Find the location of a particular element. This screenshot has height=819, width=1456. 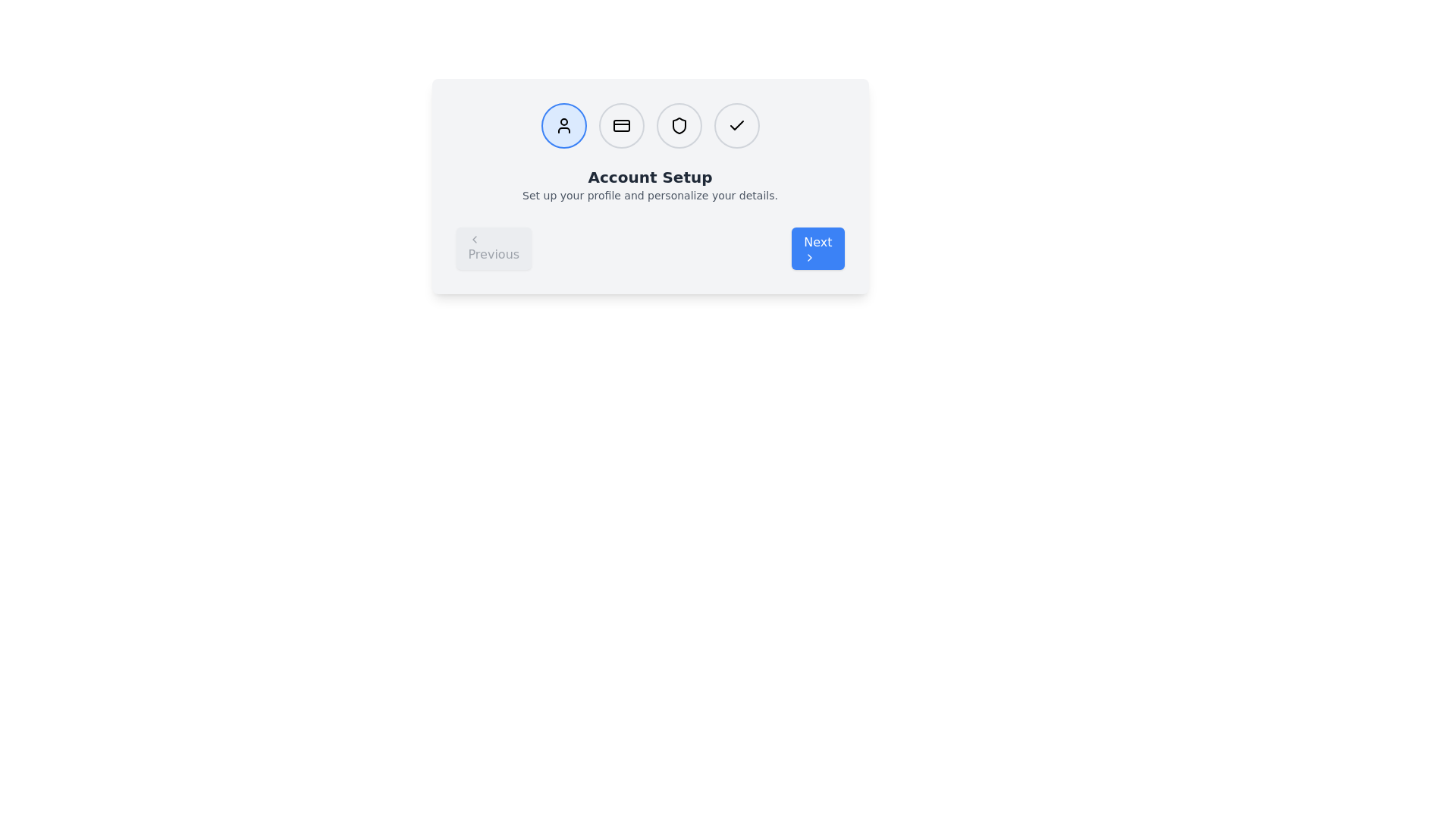

the Informational text block that displays the title and description for the 'Account Setup' process, which is centrally positioned within the card-like structure below the circular icons and above the 'Previous' and 'Next' buttons is located at coordinates (650, 186).